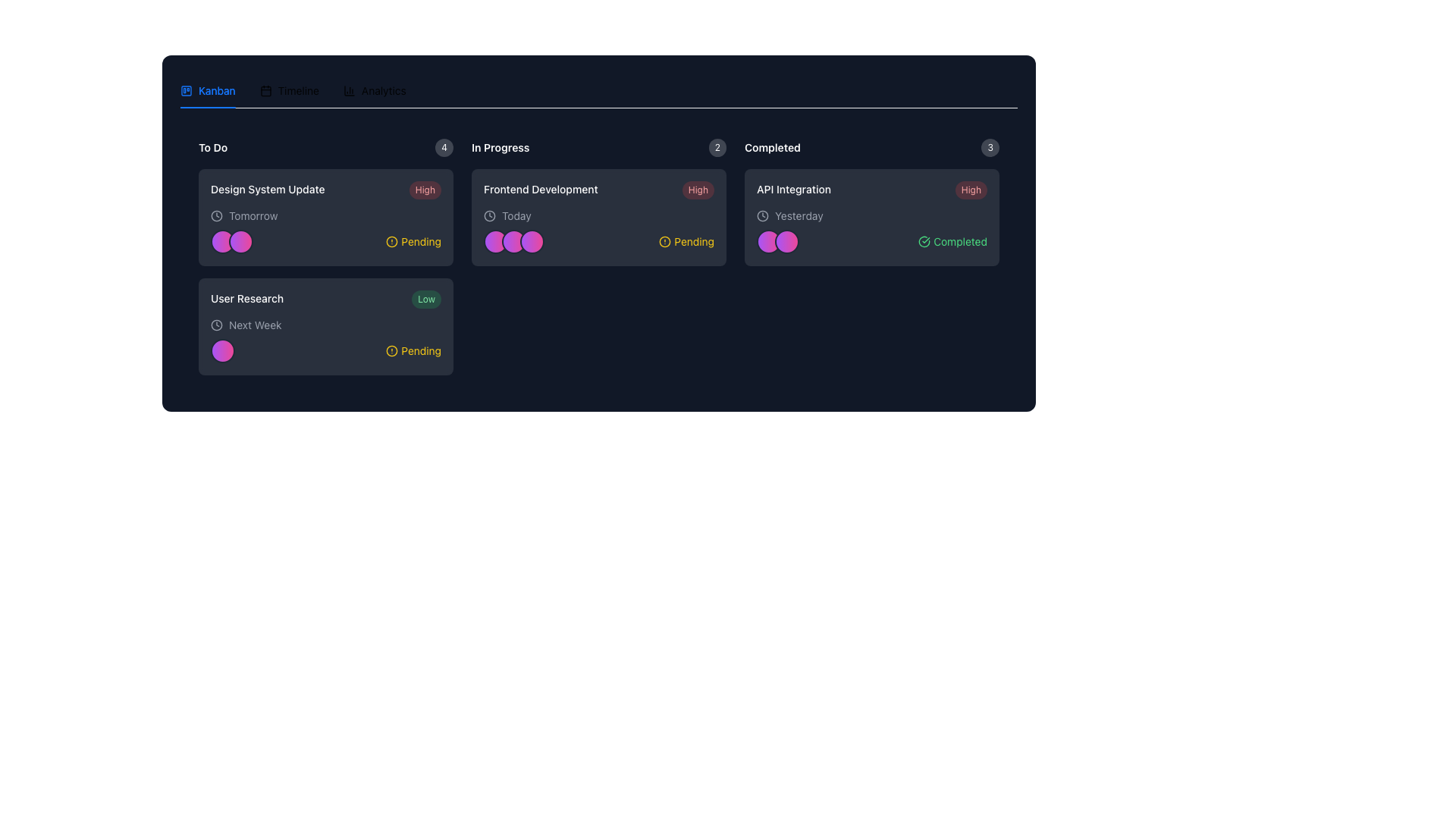 The width and height of the screenshot is (1456, 819). What do you see at coordinates (185, 90) in the screenshot?
I see `the Kanban board icon located in the top-left corner of the interface, adjacent to the 'Kanban' label` at bounding box center [185, 90].